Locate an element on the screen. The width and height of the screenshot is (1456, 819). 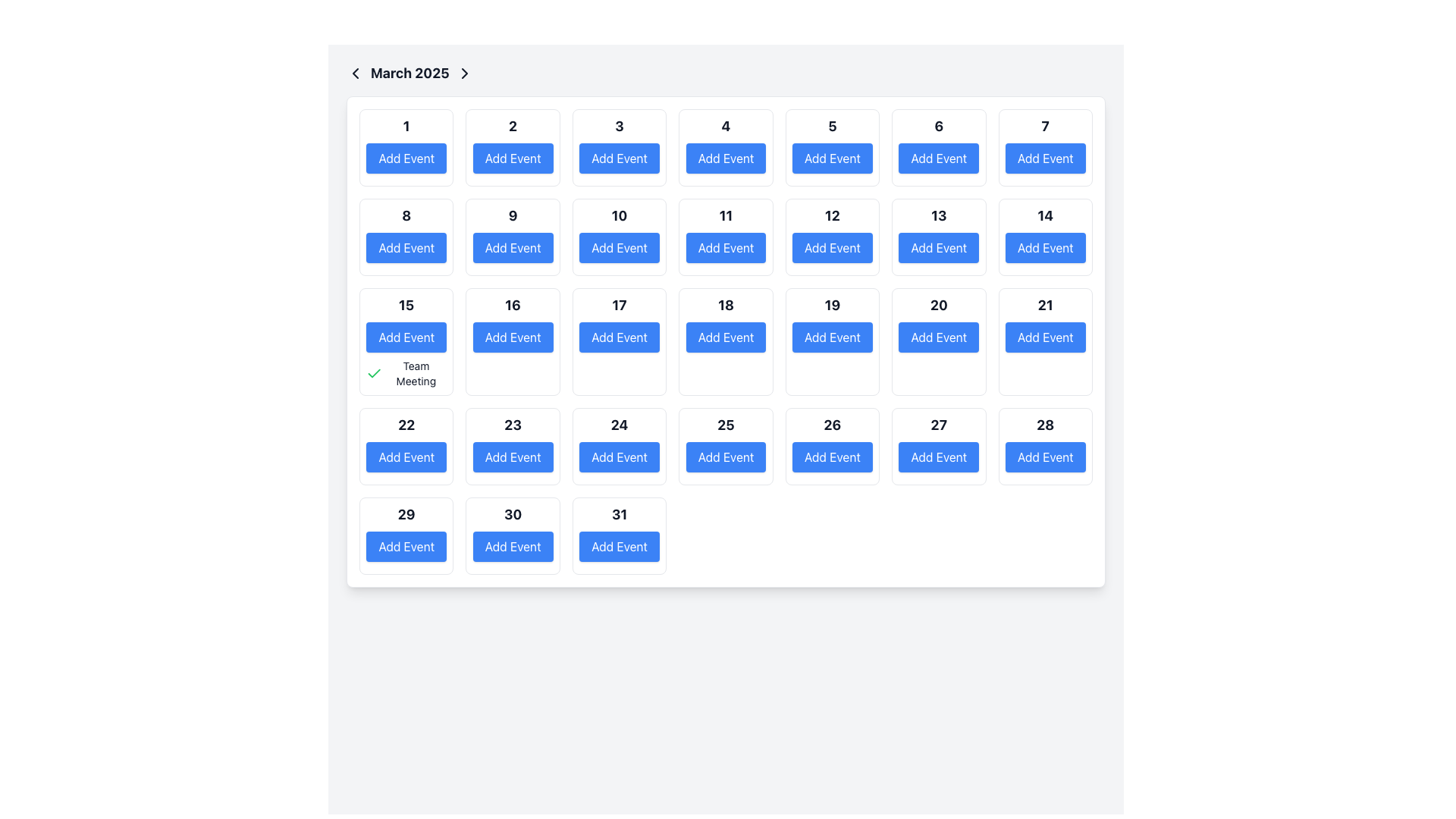
the Text Display element that shows the number '10', which is located in the calendar grid structure above the 'Add Event' button is located at coordinates (619, 216).